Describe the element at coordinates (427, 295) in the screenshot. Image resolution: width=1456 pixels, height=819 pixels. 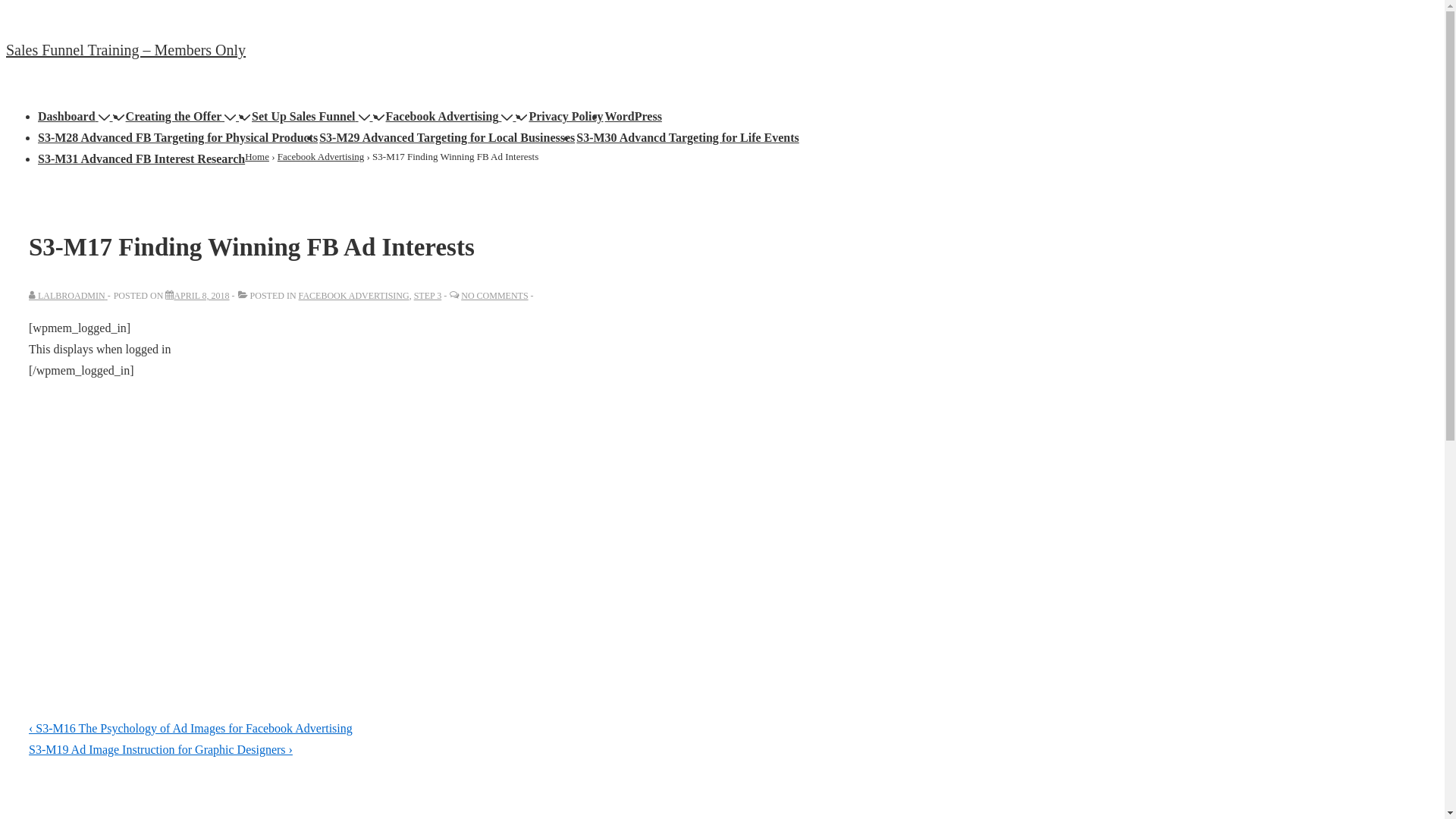
I see `'STEP 3'` at that location.